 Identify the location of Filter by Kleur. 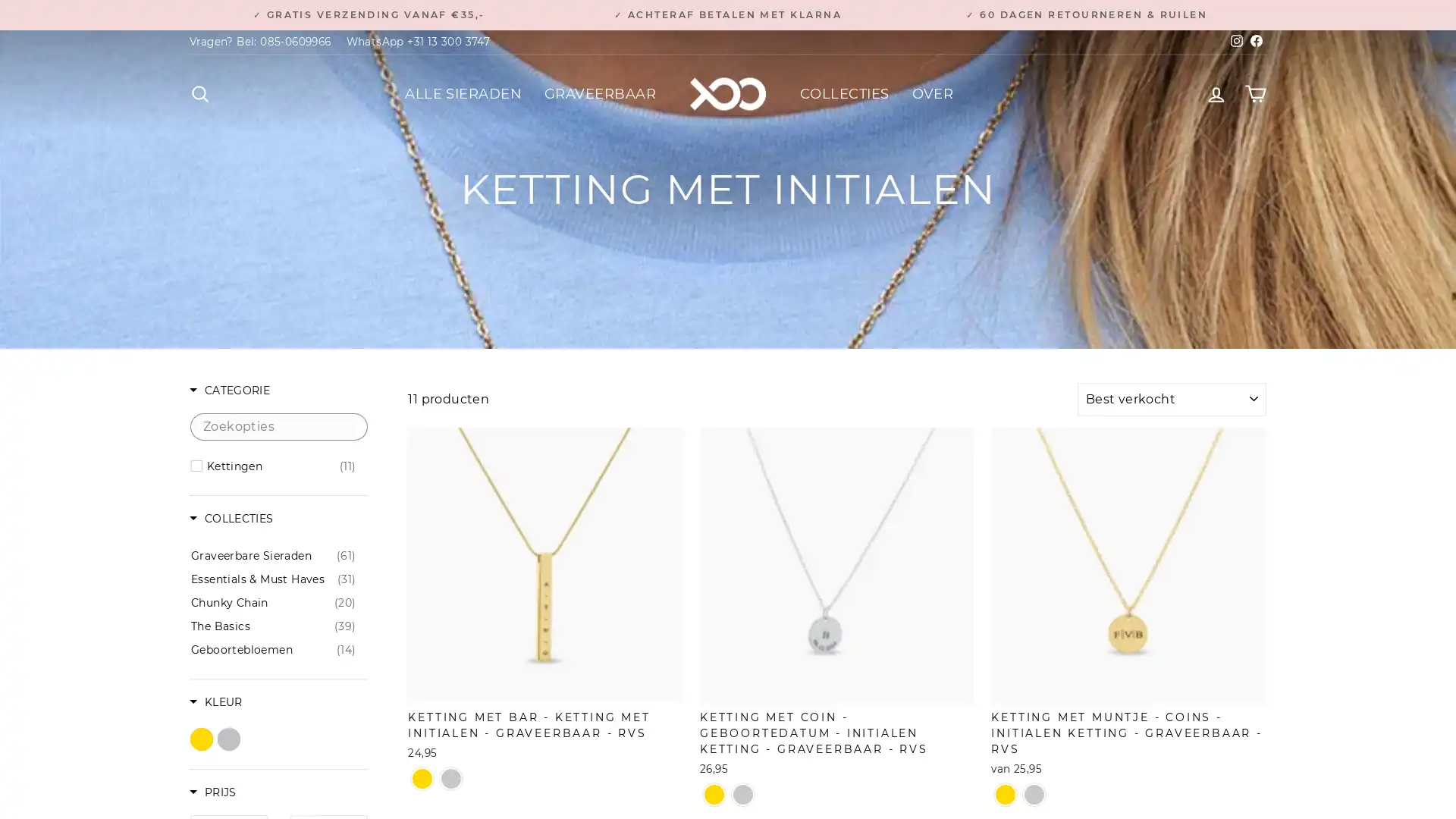
(215, 703).